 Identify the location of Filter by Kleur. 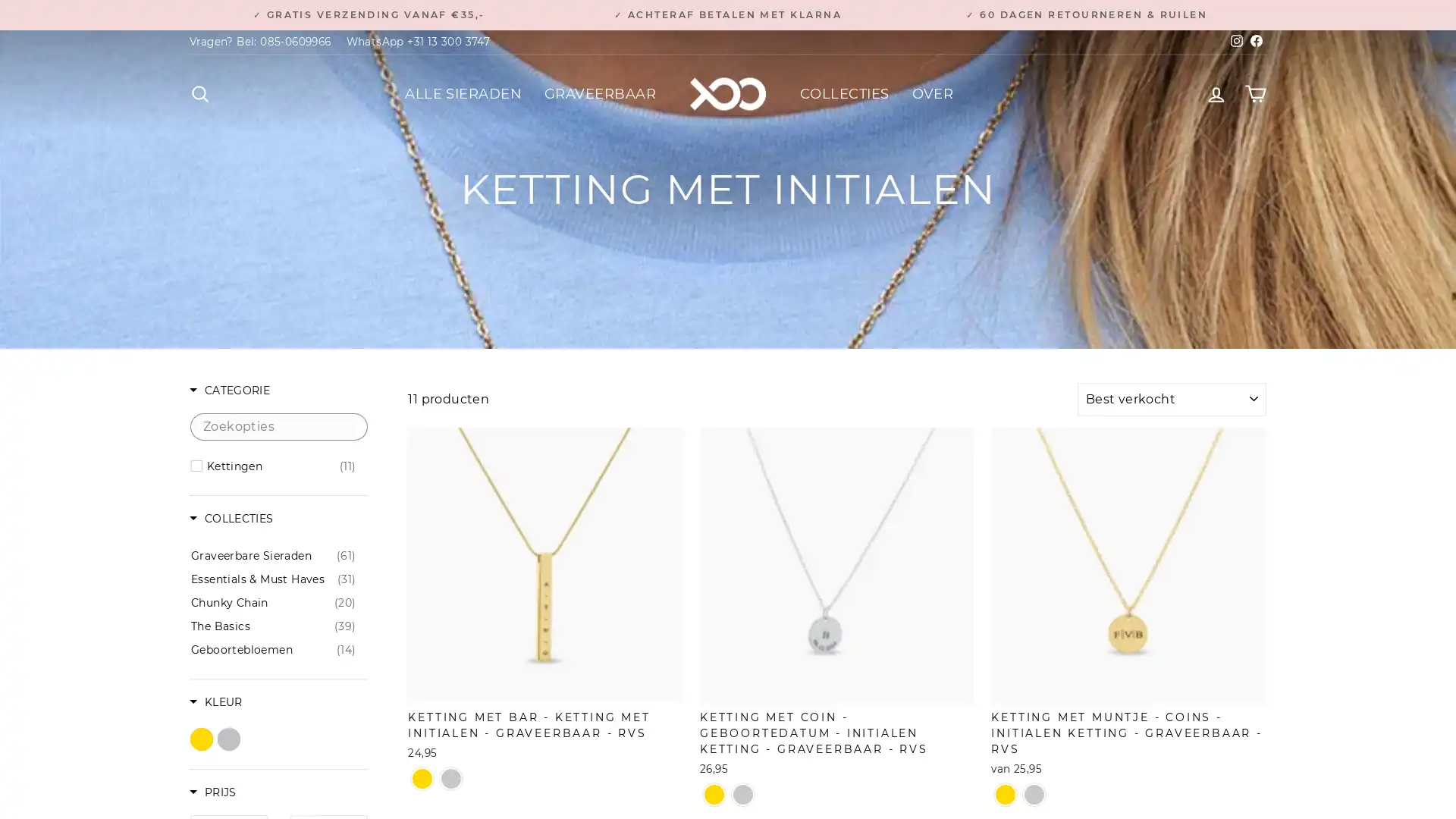
(215, 703).